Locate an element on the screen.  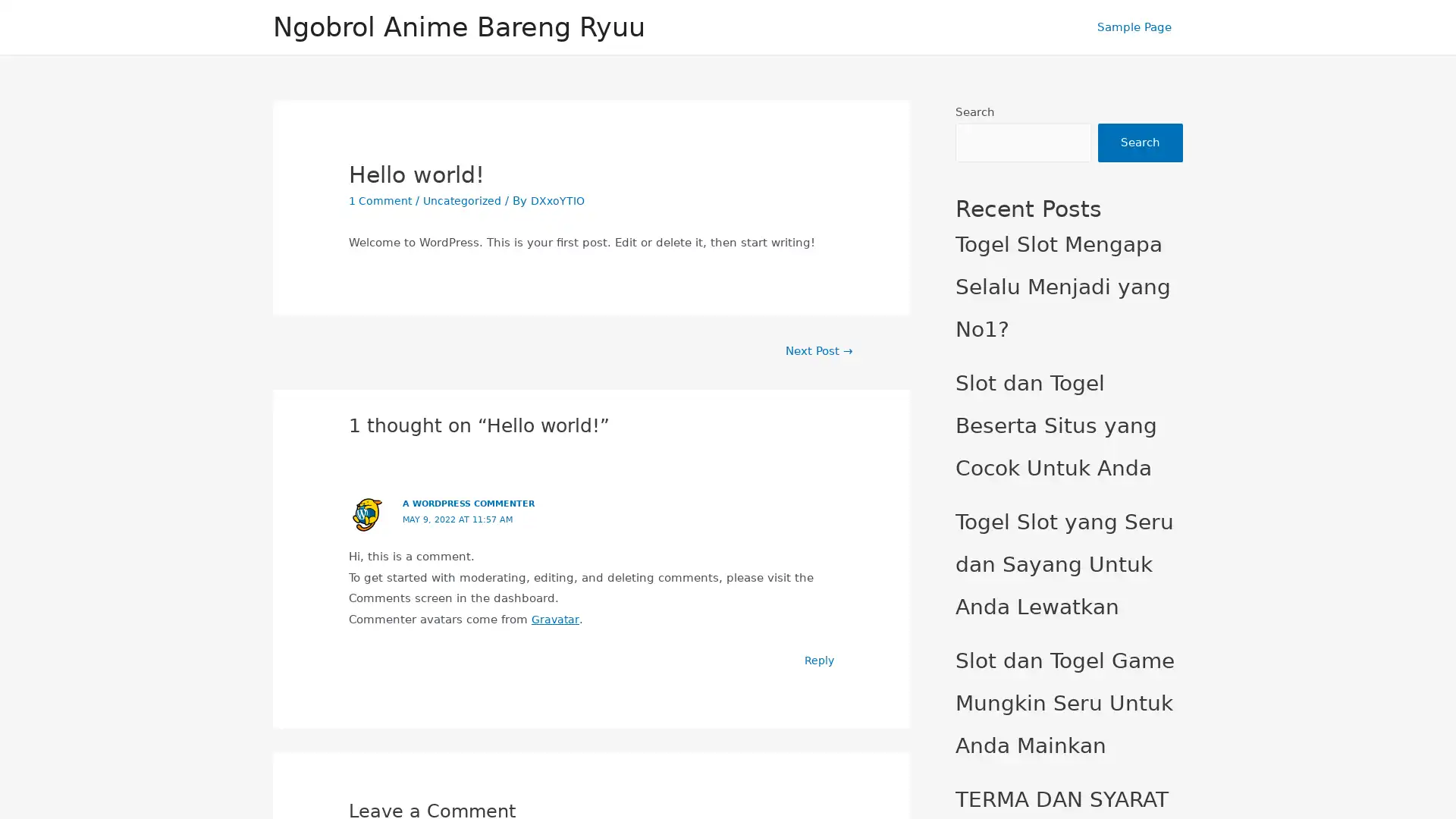
Search is located at coordinates (1140, 143).